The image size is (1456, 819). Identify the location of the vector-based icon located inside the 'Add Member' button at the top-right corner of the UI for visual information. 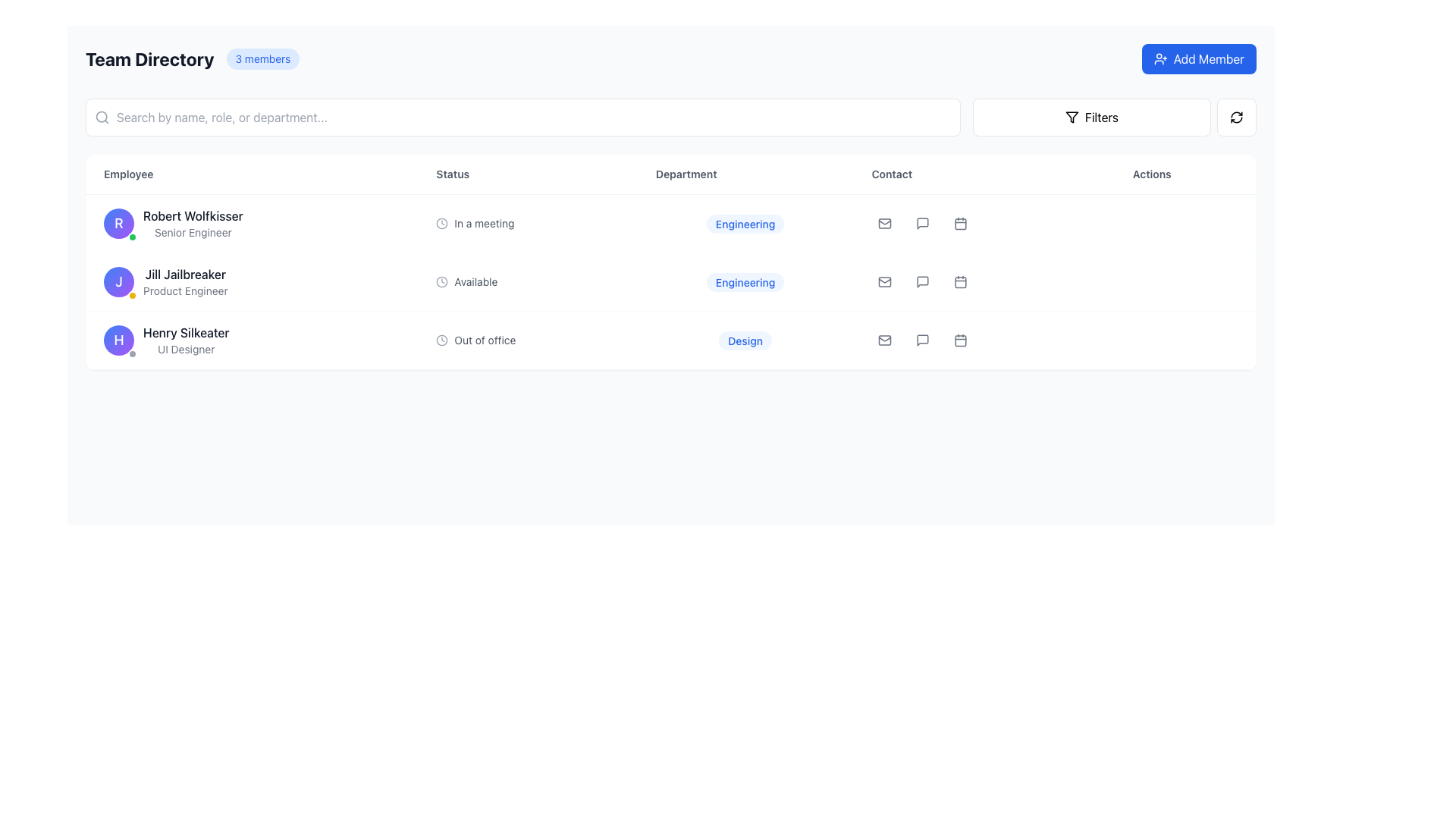
(1159, 58).